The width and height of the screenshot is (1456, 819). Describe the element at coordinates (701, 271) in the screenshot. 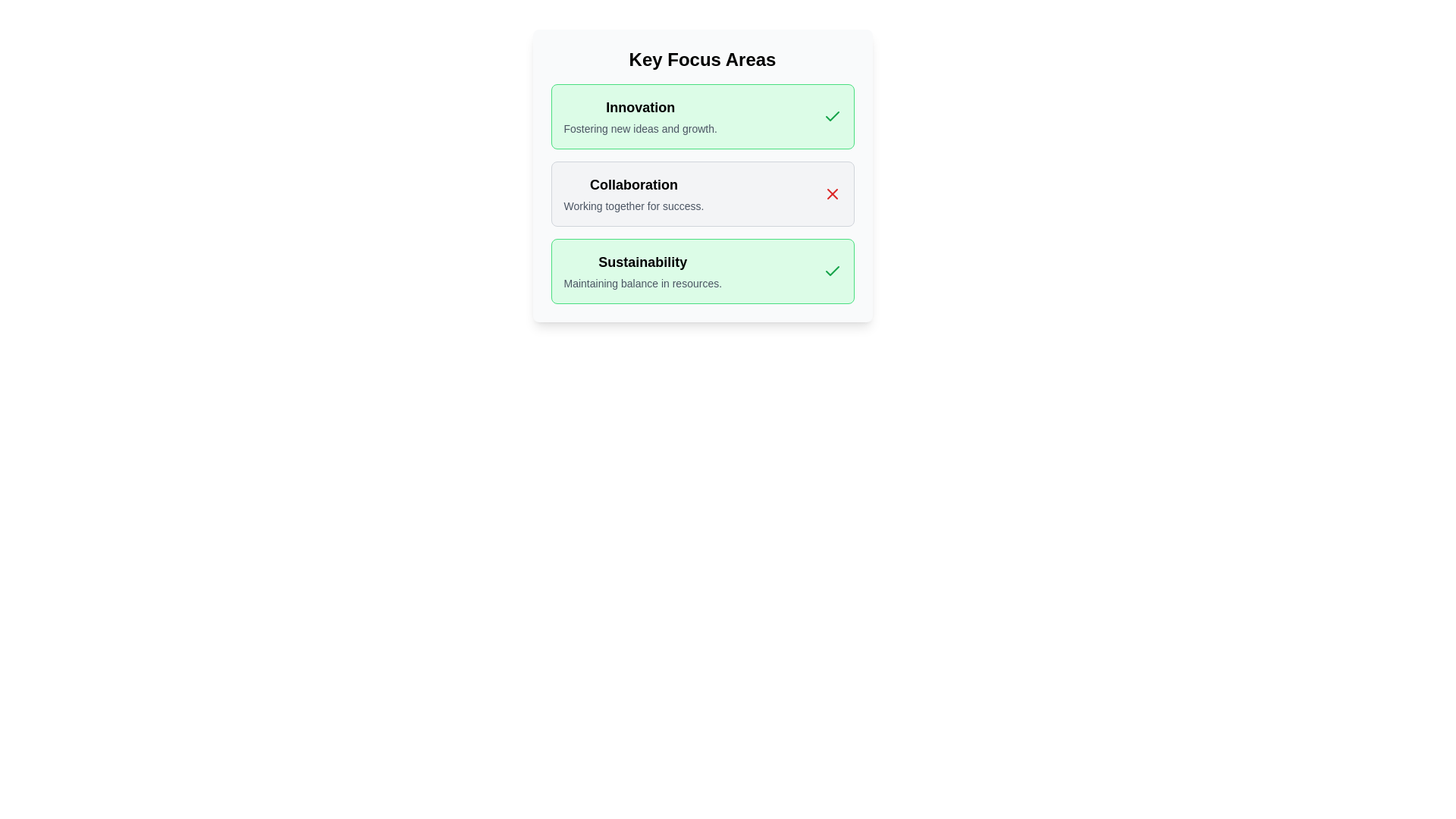

I see `the chip labeled Sustainability to observe the hover effect` at that location.